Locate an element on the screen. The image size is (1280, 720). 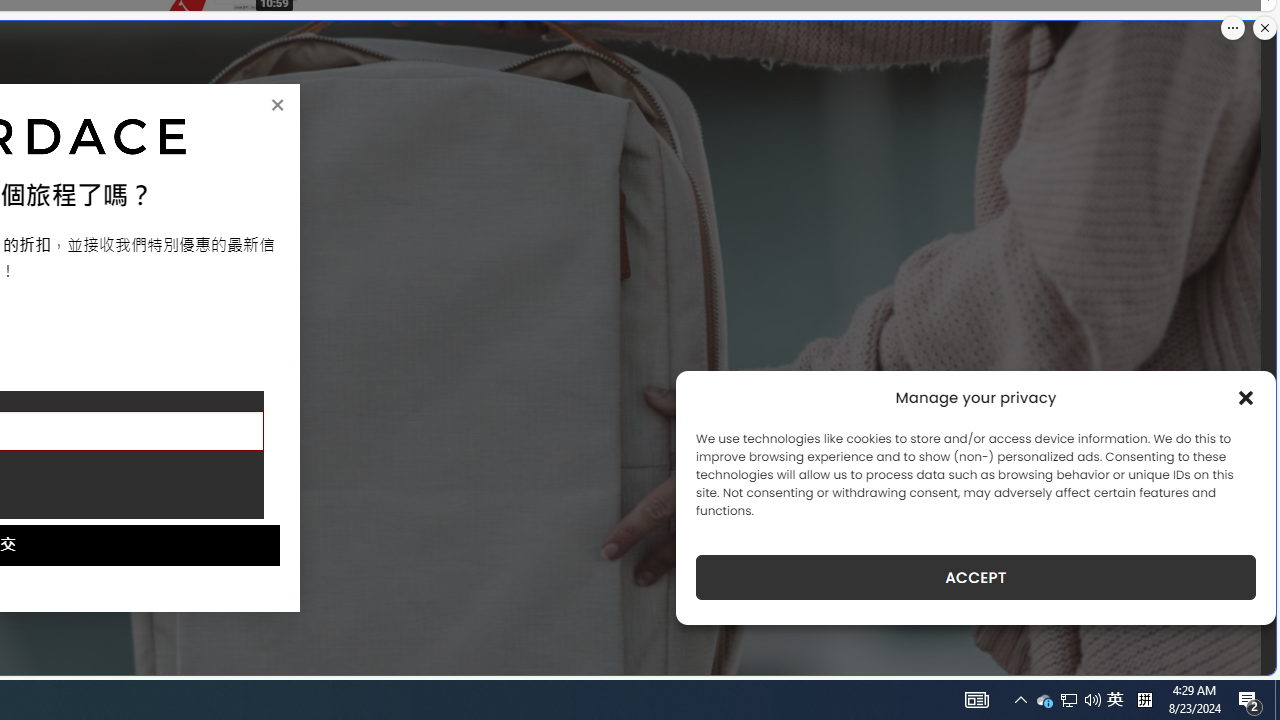
'Class: cmplz-close' is located at coordinates (1245, 398).